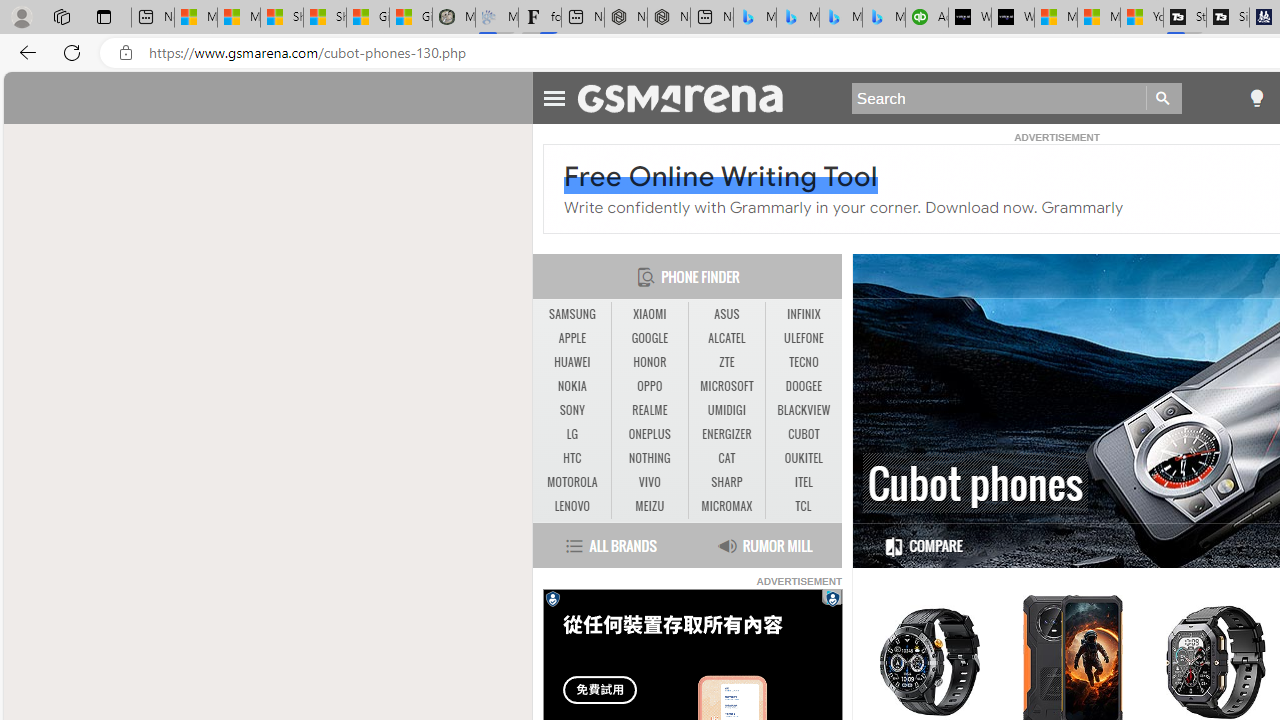 The width and height of the screenshot is (1280, 720). I want to click on 'Accounting Software for Accountants, CPAs and Bookkeepers', so click(926, 17).